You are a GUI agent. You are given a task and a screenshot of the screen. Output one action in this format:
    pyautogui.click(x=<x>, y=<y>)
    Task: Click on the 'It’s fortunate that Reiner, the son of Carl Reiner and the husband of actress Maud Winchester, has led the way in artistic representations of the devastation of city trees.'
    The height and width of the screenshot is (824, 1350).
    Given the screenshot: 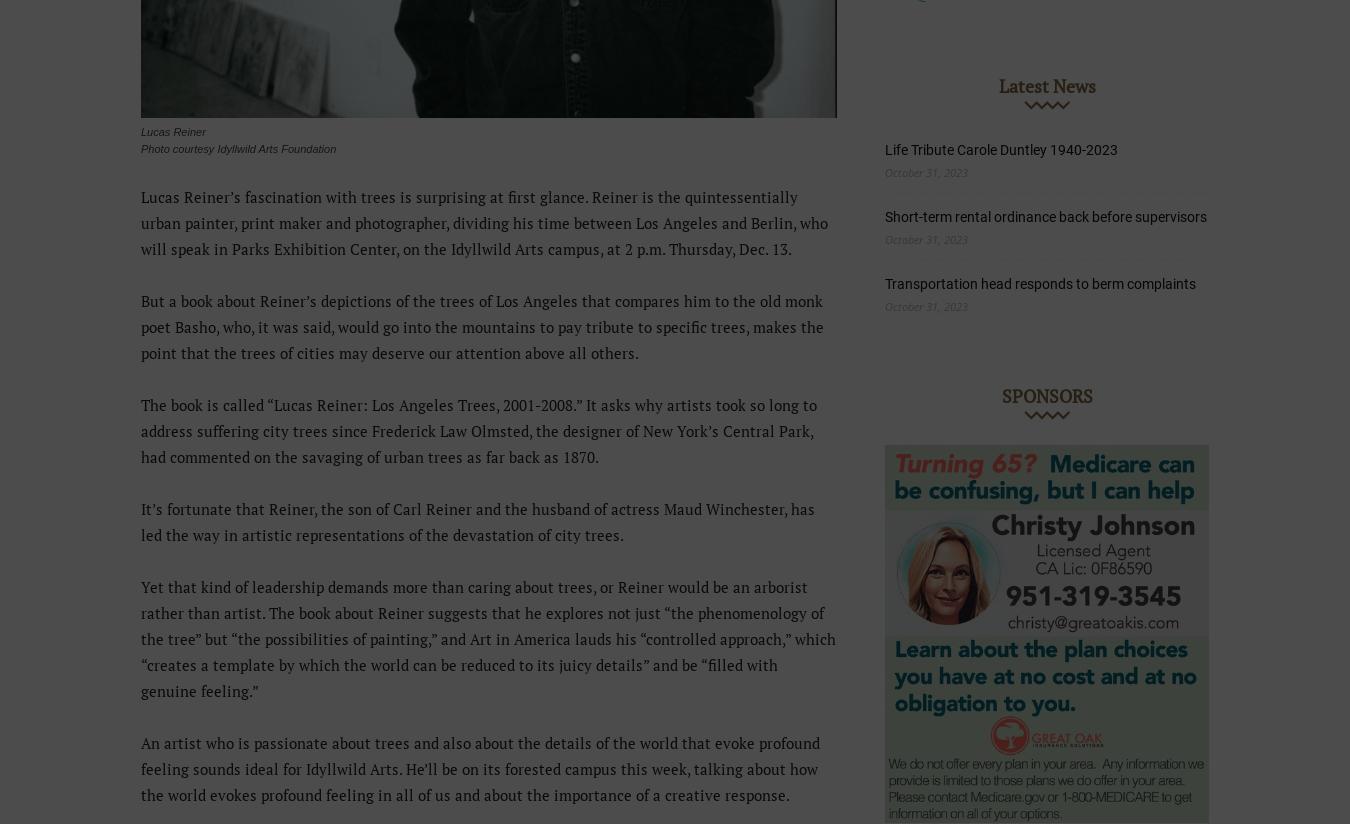 What is the action you would take?
    pyautogui.click(x=140, y=522)
    